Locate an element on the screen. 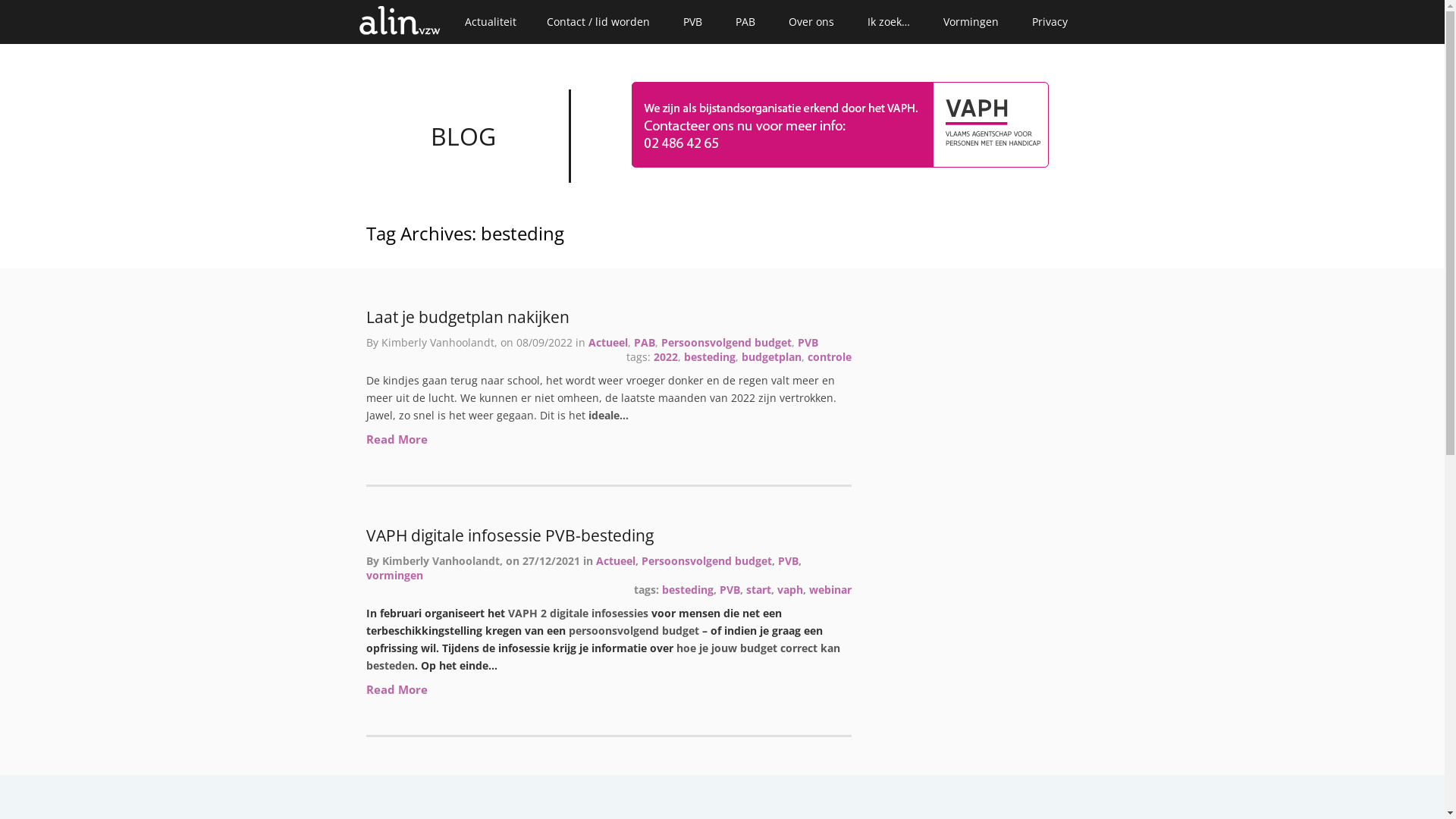  'Contact / lid worden' is located at coordinates (596, 22).